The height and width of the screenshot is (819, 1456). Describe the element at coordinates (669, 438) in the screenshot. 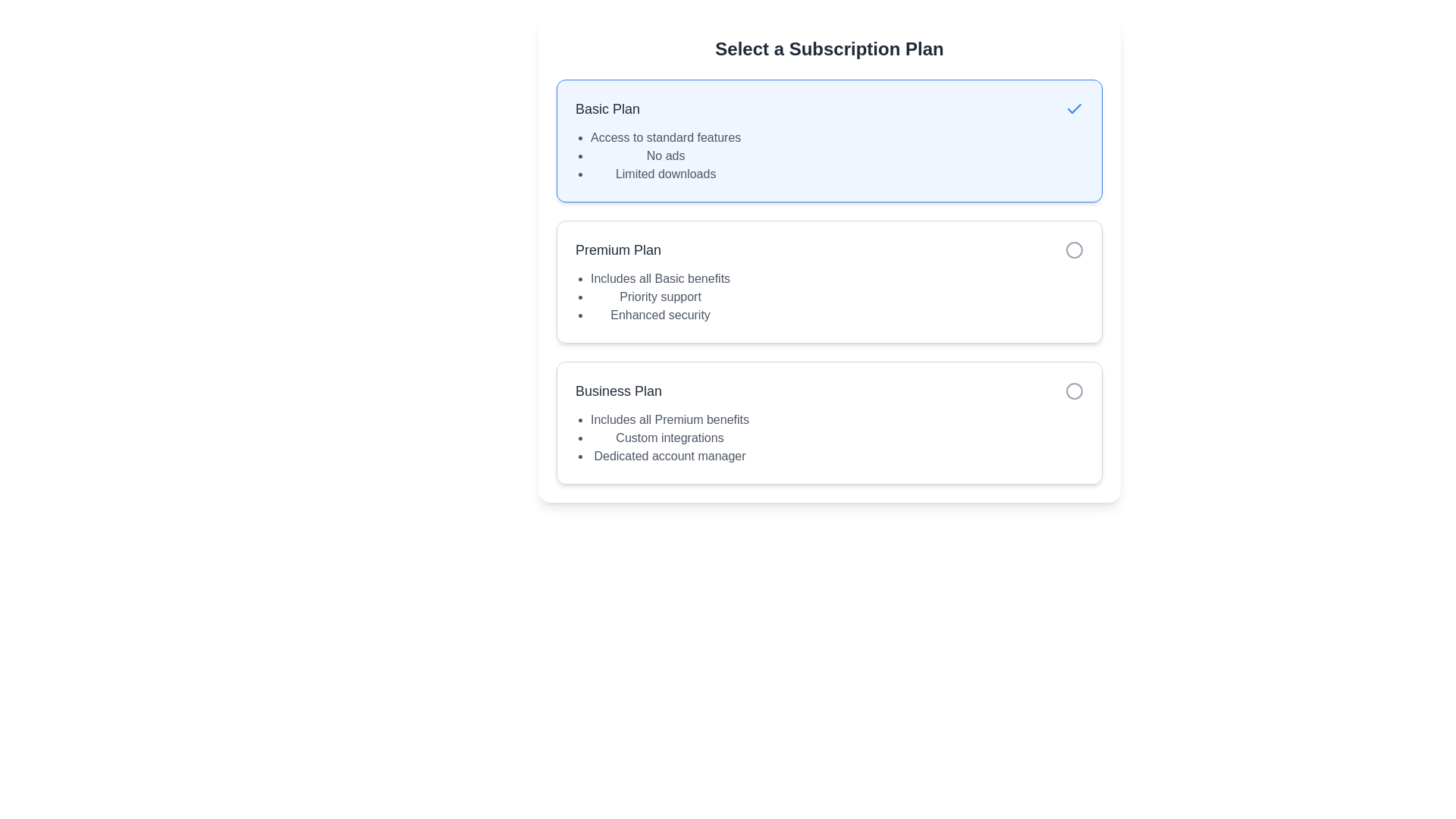

I see `the second item in the bullet-point list of the 'Business Plan' section, which describes a feature included in the Business Plan subscription tier` at that location.